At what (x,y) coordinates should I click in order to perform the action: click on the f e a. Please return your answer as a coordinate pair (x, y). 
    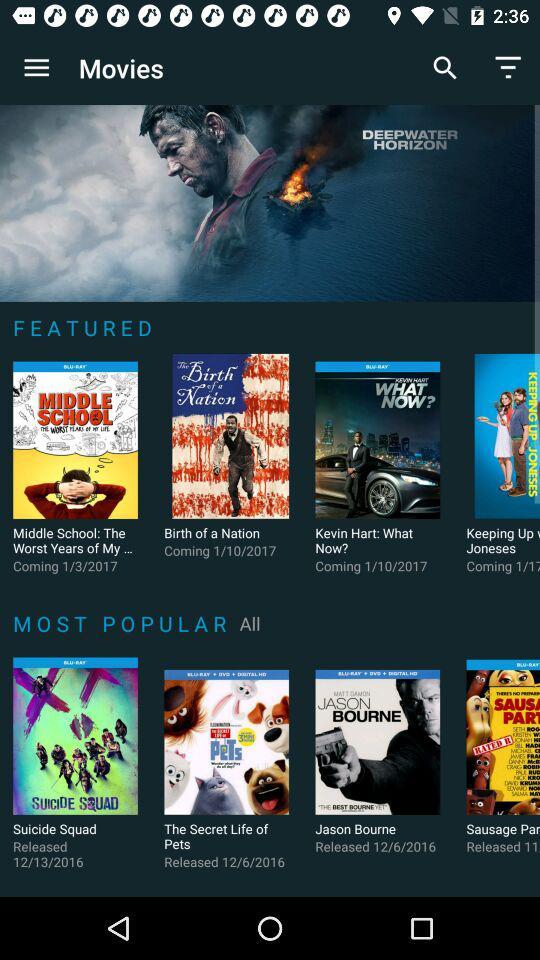
    Looking at the image, I should click on (84, 327).